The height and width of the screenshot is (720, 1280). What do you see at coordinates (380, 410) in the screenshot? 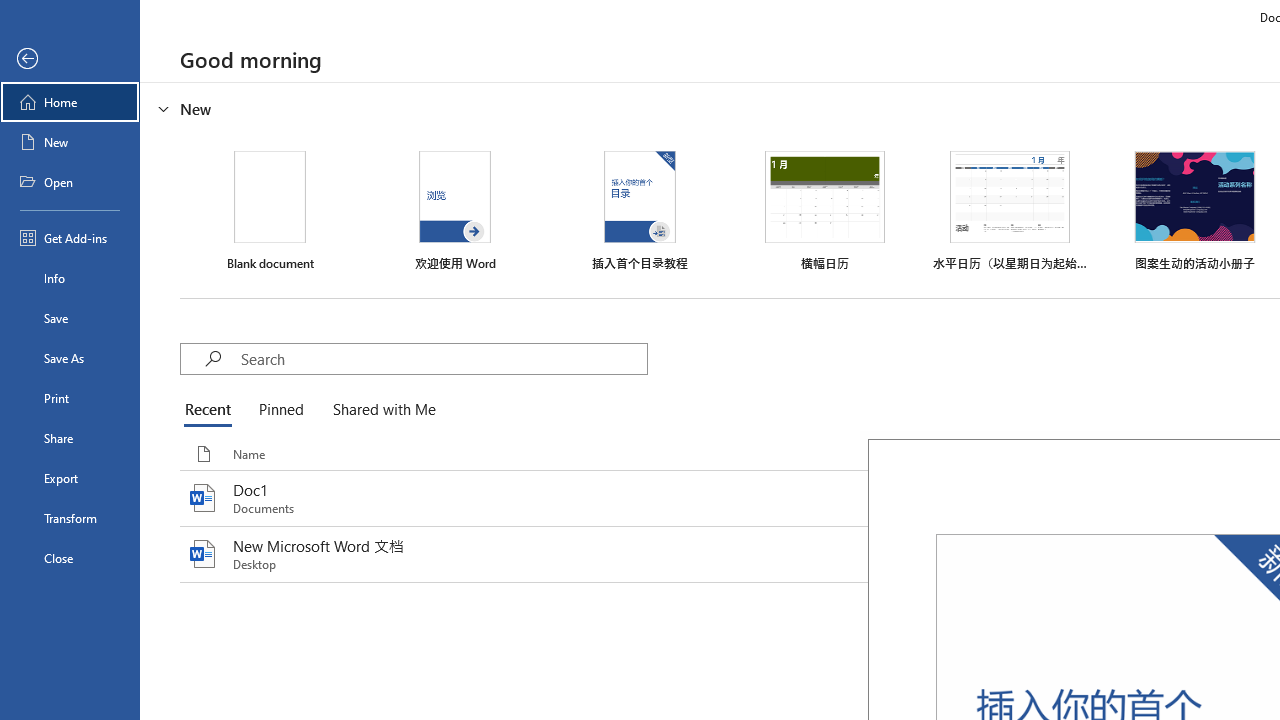
I see `'Shared with Me'` at bounding box center [380, 410].